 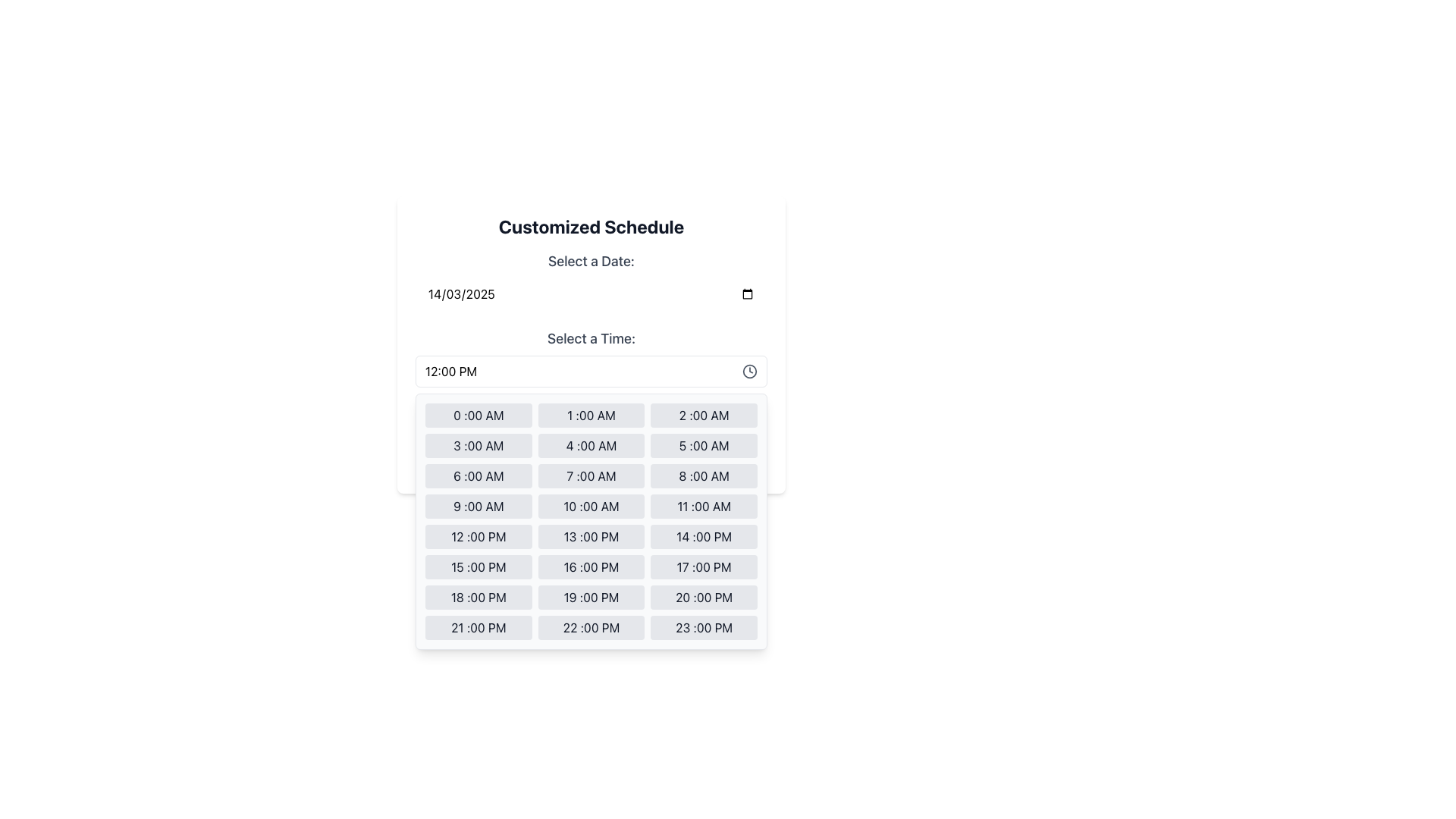 I want to click on the button in the first column of the last row in the time picker grid, so click(x=478, y=567).